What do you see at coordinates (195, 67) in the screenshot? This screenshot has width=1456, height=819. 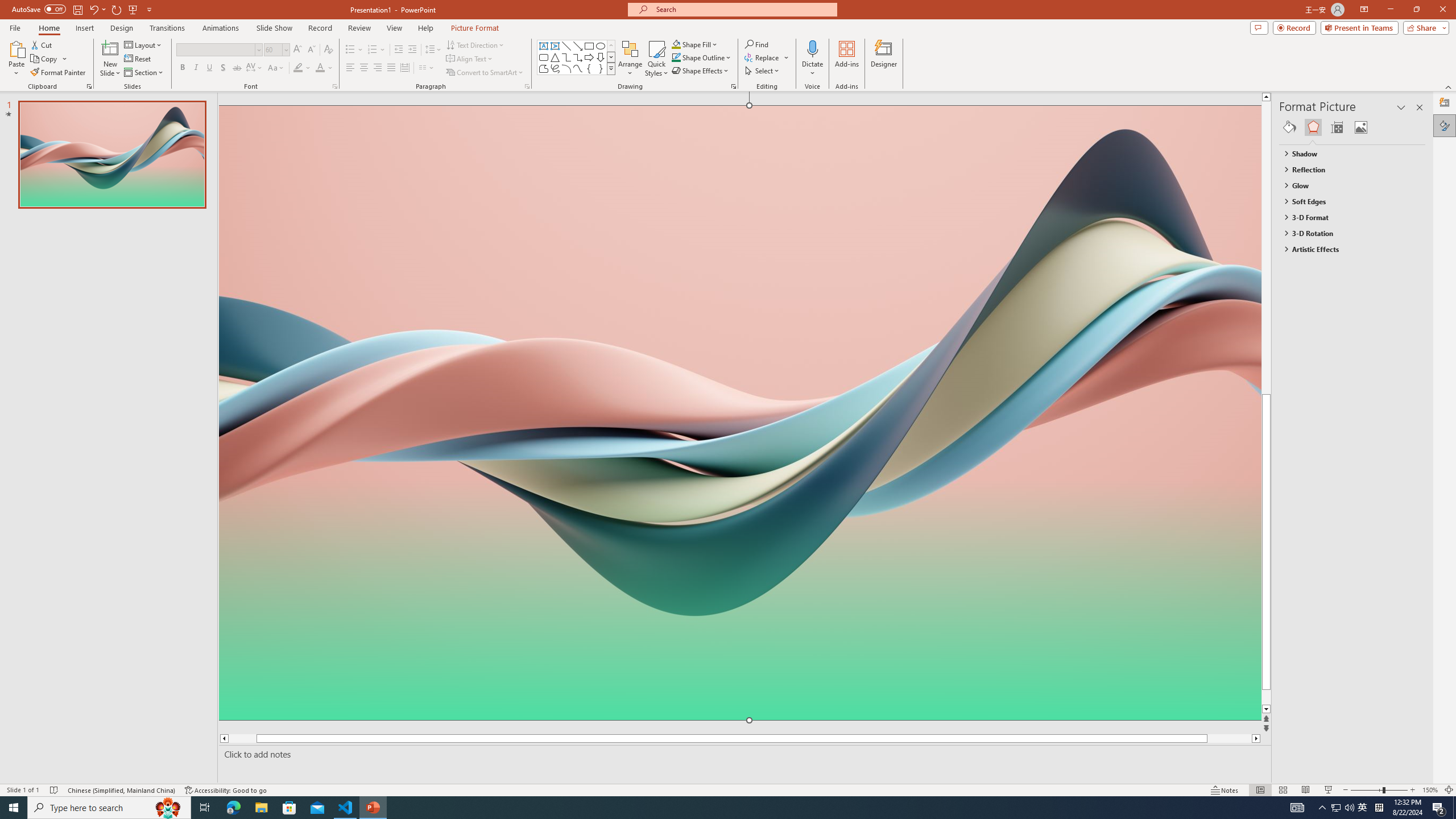 I see `'Italic'` at bounding box center [195, 67].